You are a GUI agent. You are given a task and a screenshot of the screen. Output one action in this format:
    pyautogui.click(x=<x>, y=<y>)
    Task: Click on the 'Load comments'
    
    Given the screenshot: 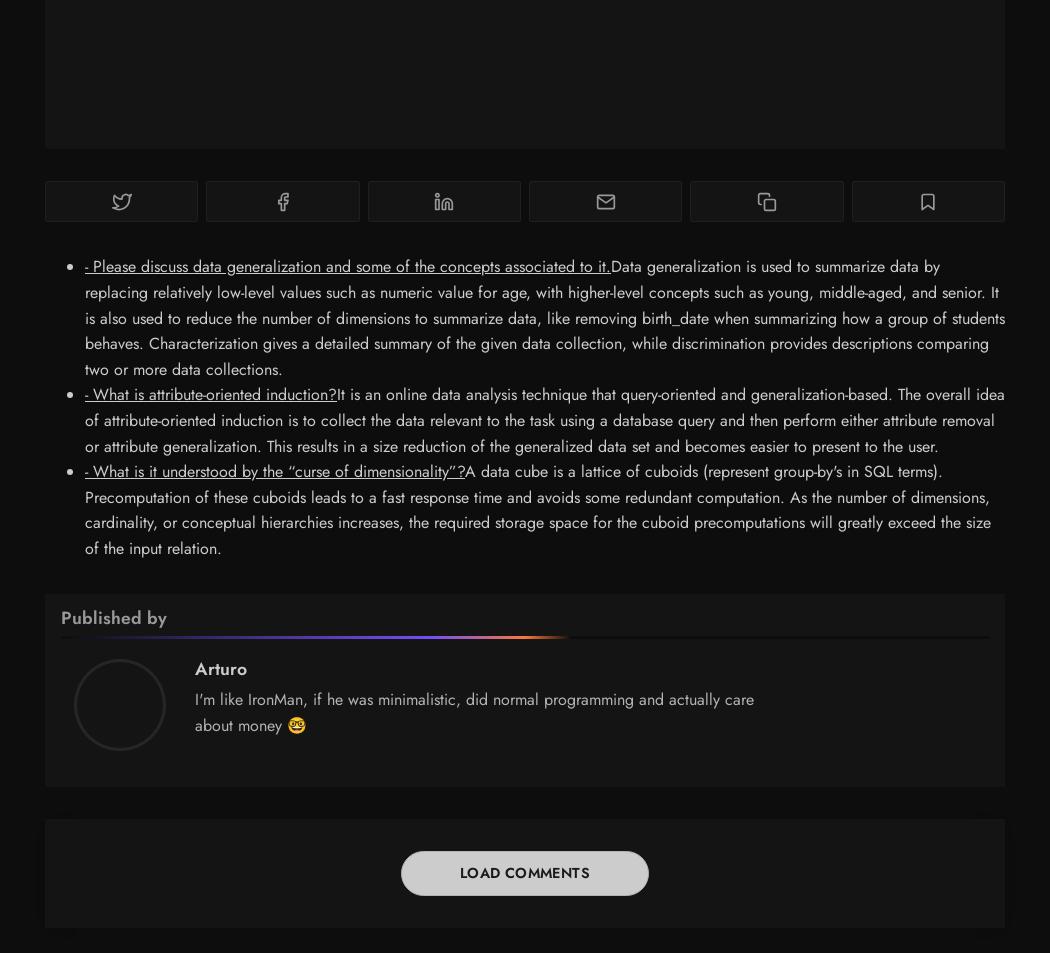 What is the action you would take?
    pyautogui.click(x=523, y=873)
    